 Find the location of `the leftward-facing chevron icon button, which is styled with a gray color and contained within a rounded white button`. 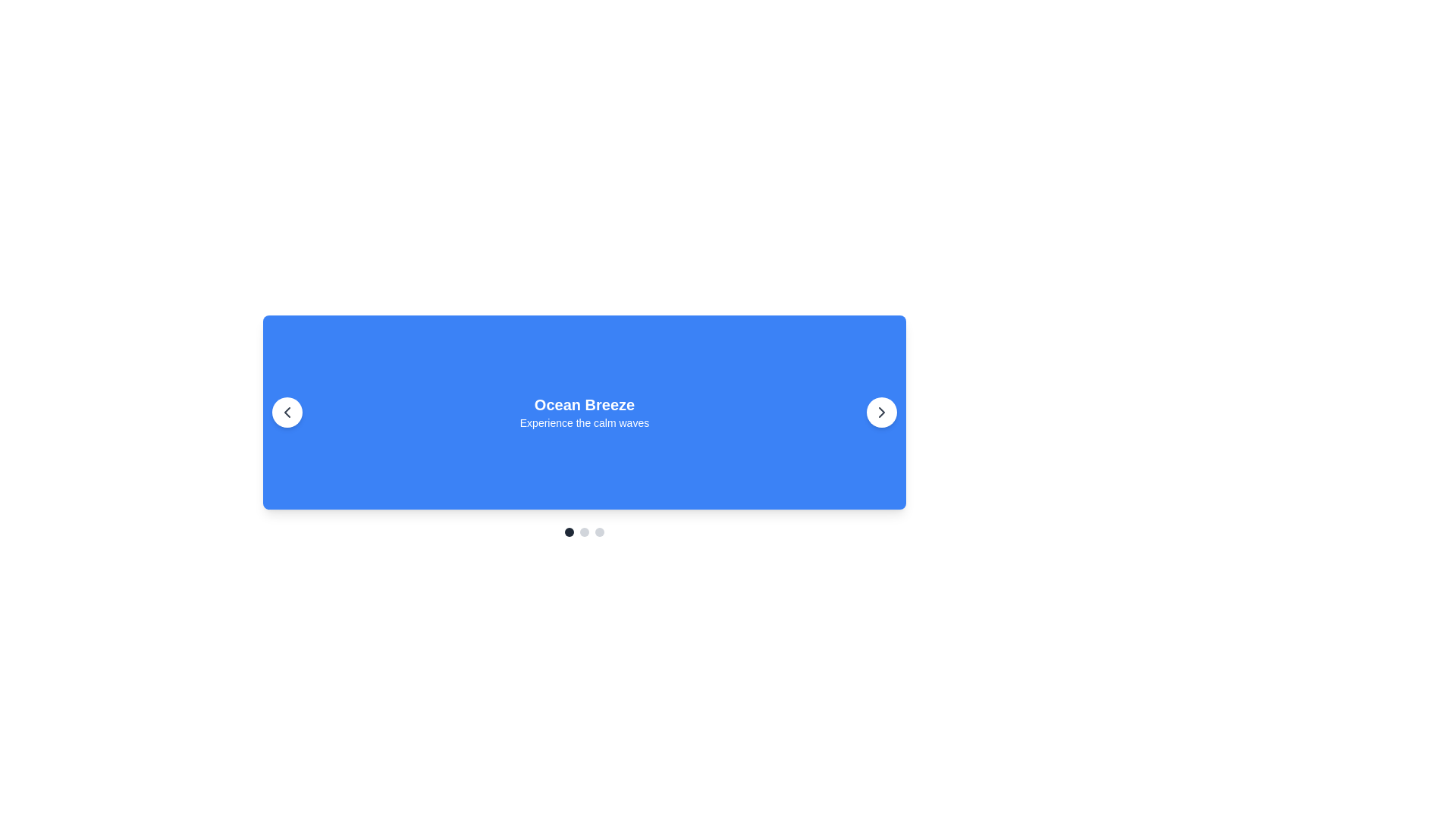

the leftward-facing chevron icon button, which is styled with a gray color and contained within a rounded white button is located at coordinates (287, 412).